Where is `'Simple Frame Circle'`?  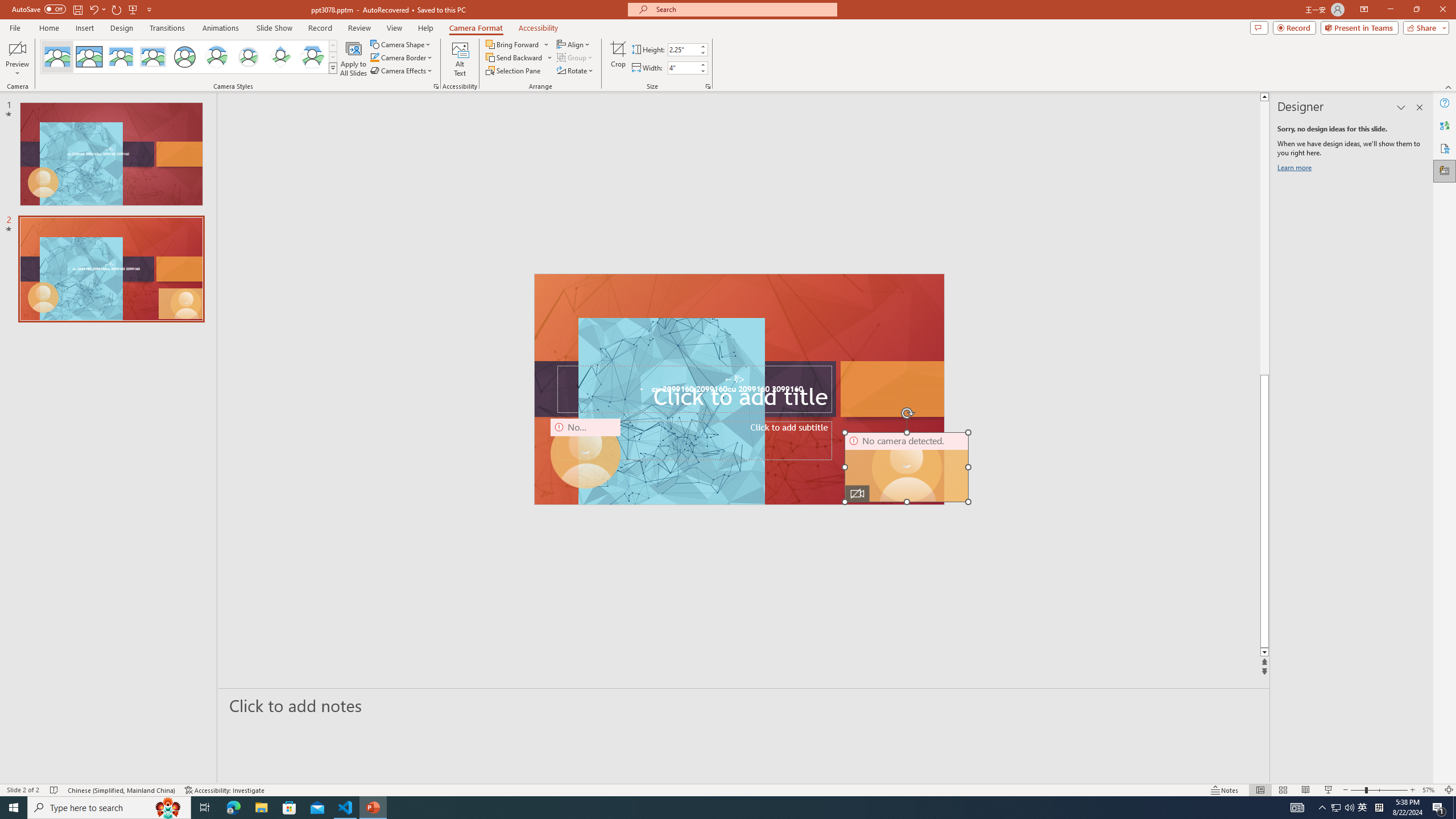 'Simple Frame Circle' is located at coordinates (185, 56).